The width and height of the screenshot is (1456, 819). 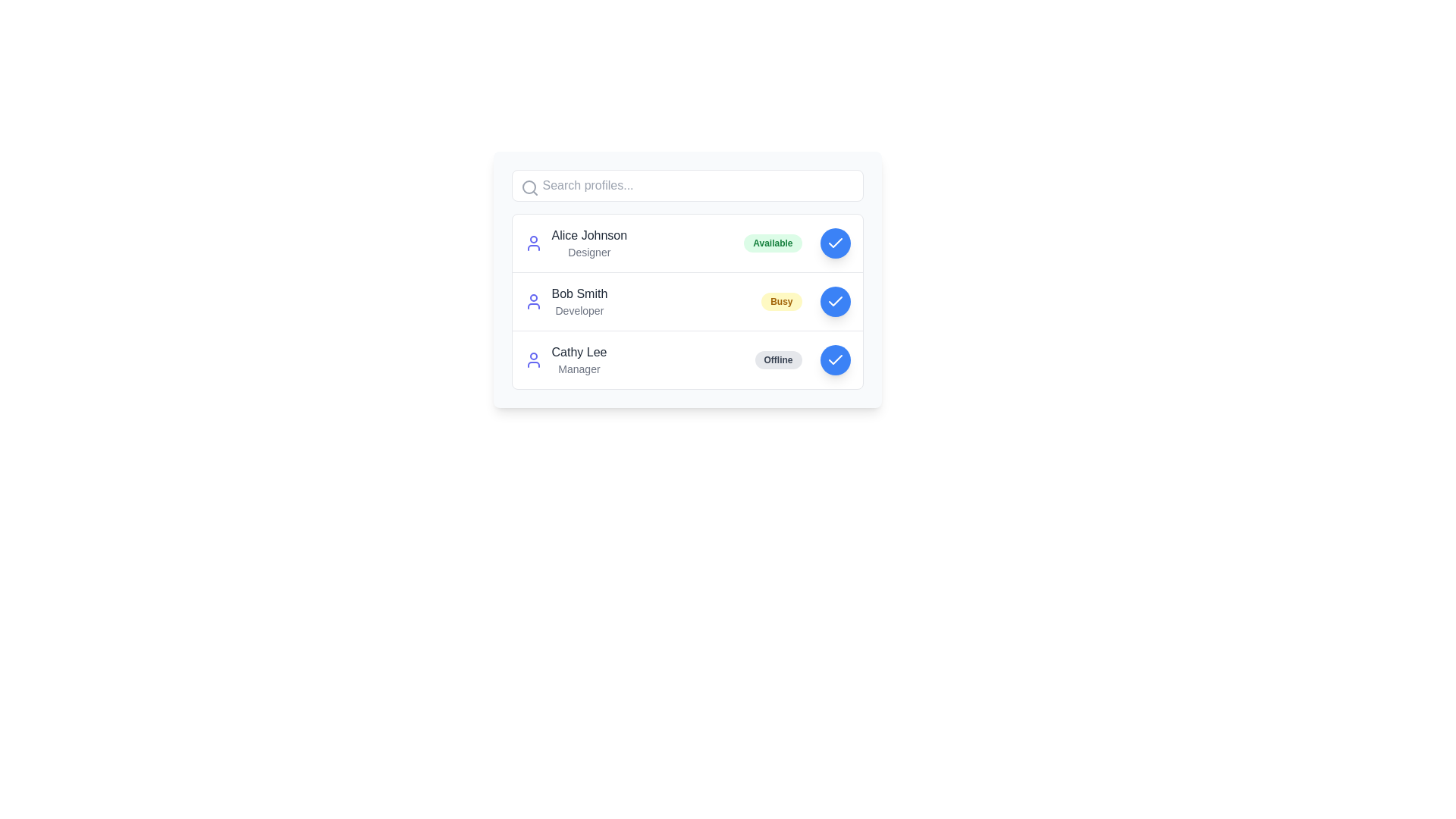 What do you see at coordinates (579, 309) in the screenshot?
I see `the static text label displaying 'Developer' located directly below 'Bob Smith'` at bounding box center [579, 309].